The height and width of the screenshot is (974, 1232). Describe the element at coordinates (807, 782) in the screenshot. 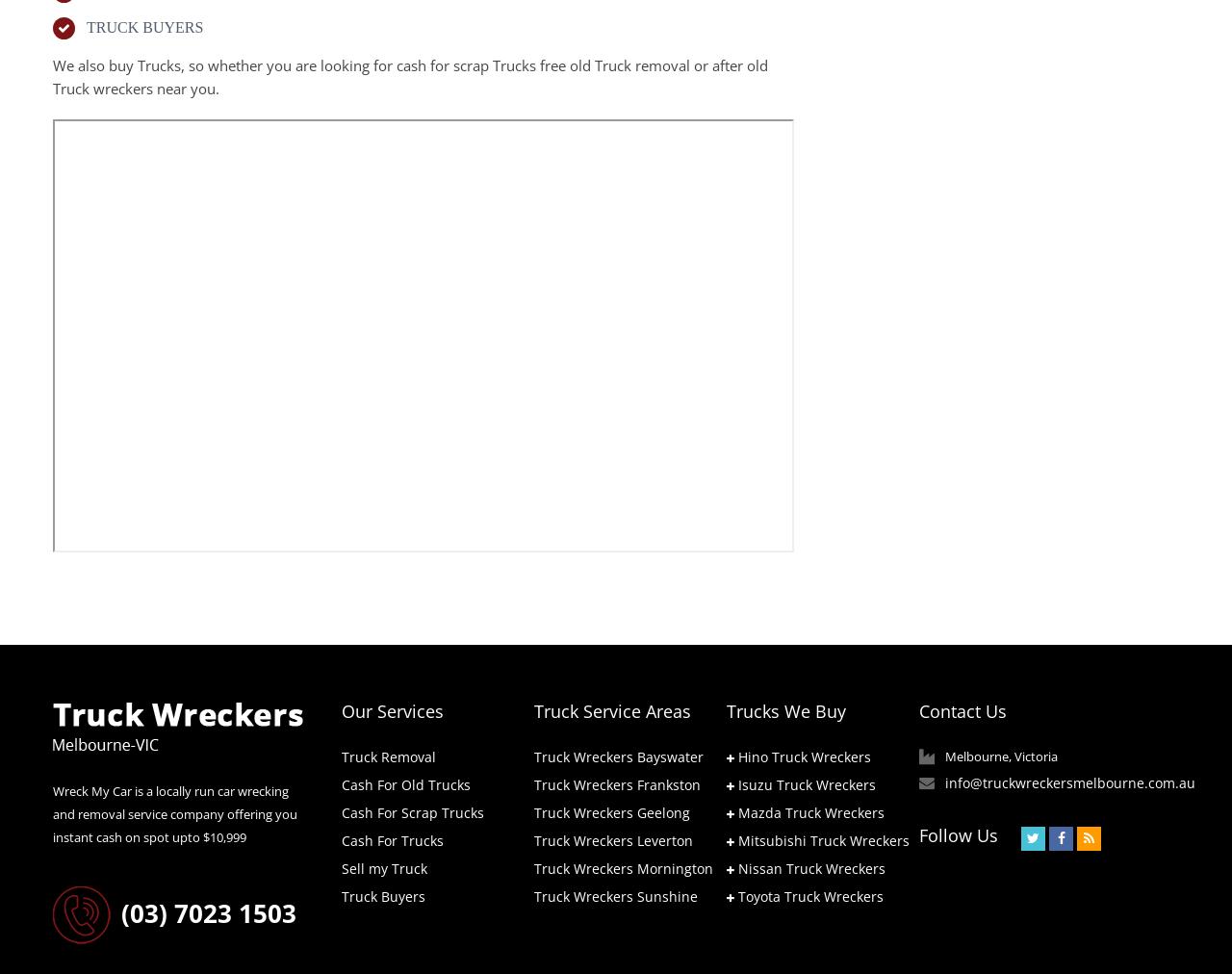

I see `'Isuzu Truck Wreckers'` at that location.